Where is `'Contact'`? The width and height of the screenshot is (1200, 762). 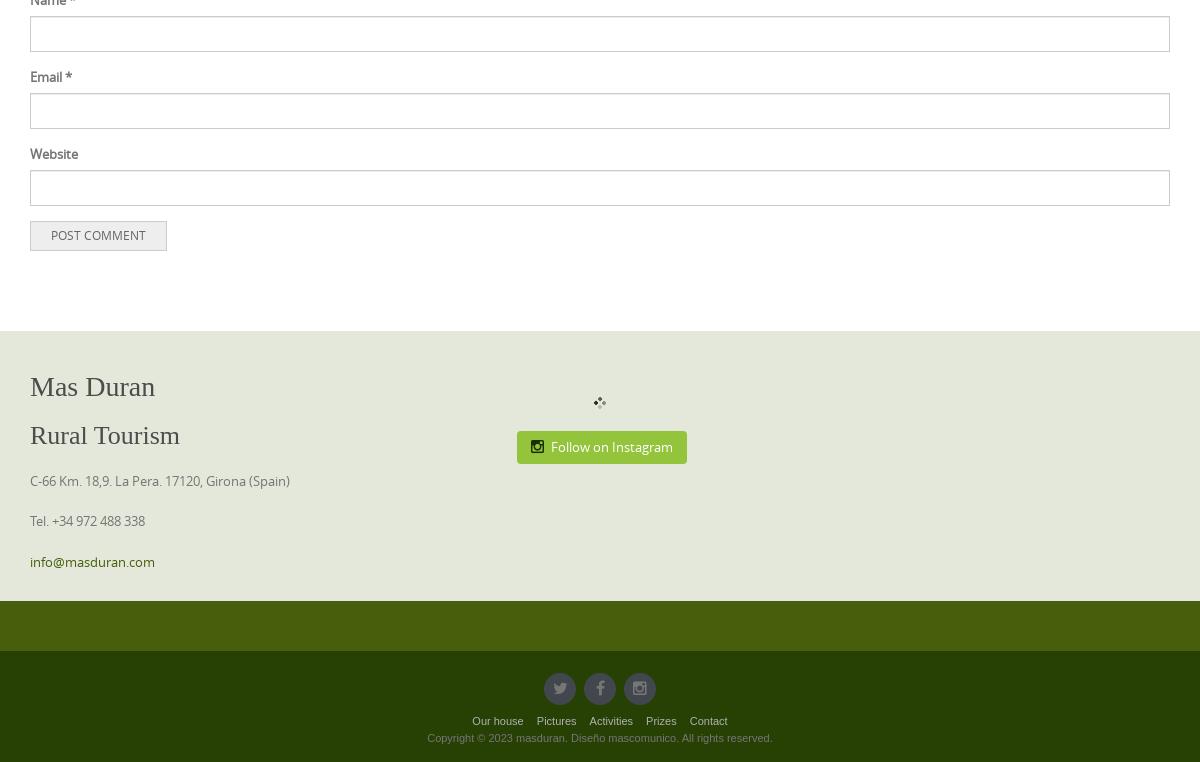 'Contact' is located at coordinates (708, 720).